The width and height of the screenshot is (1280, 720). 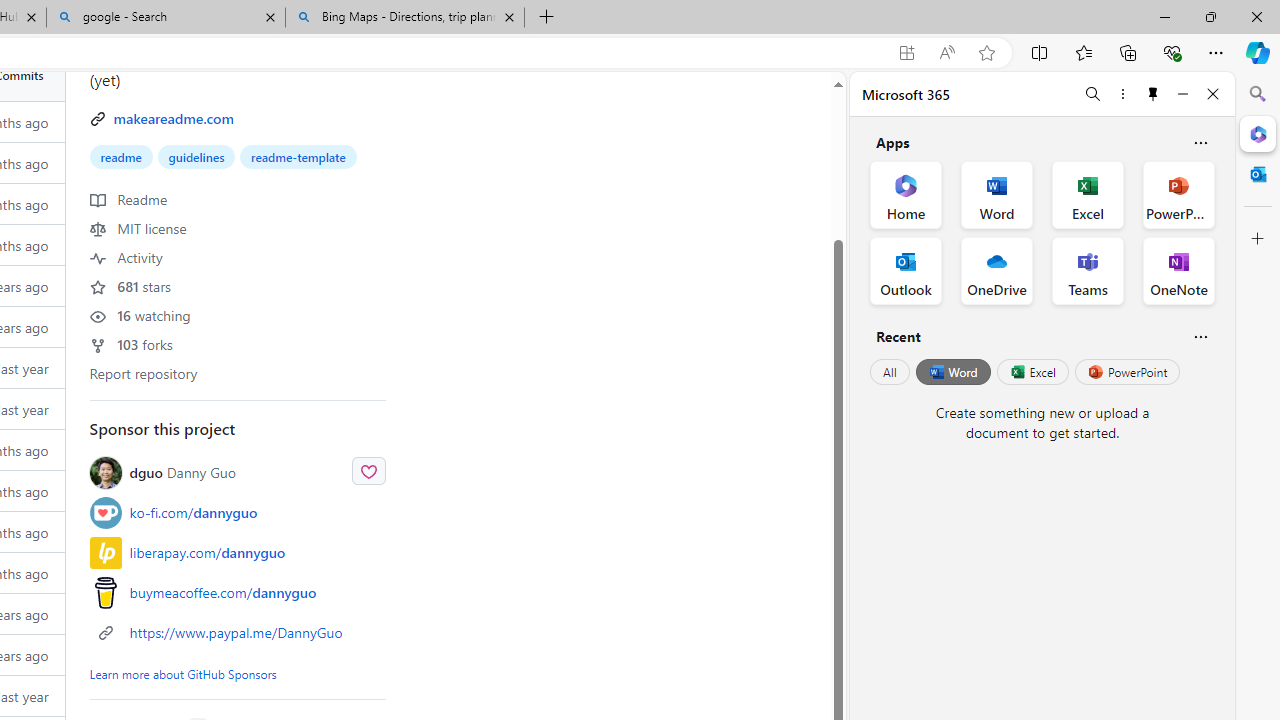 I want to click on 'Report repository', so click(x=143, y=372).